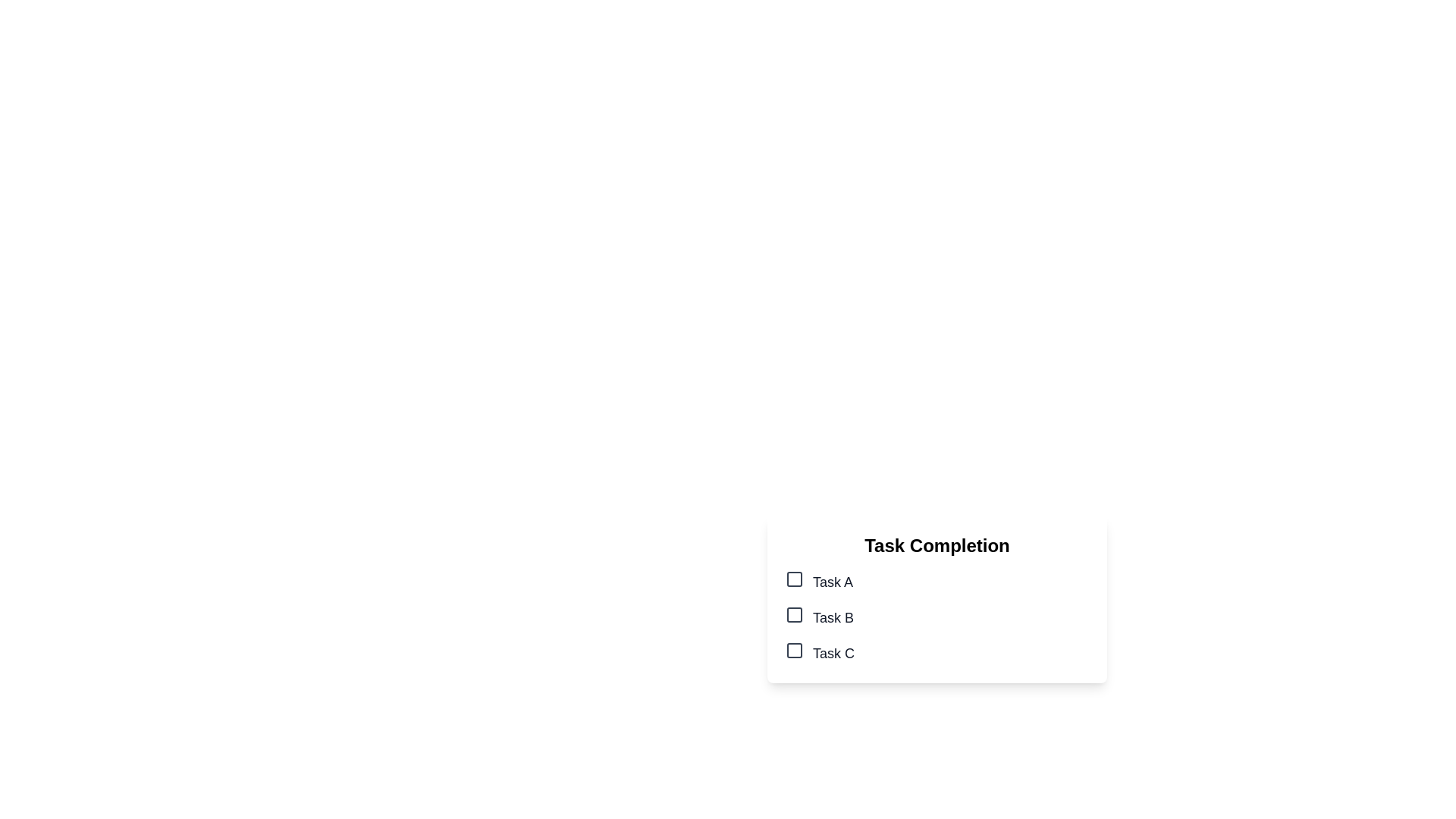 Image resolution: width=1456 pixels, height=819 pixels. What do you see at coordinates (833, 617) in the screenshot?
I see `the second label in the vertical list of text labels, which serves as a description for the corresponding checkbox, positioned between 'Task A' and 'Task C'` at bounding box center [833, 617].